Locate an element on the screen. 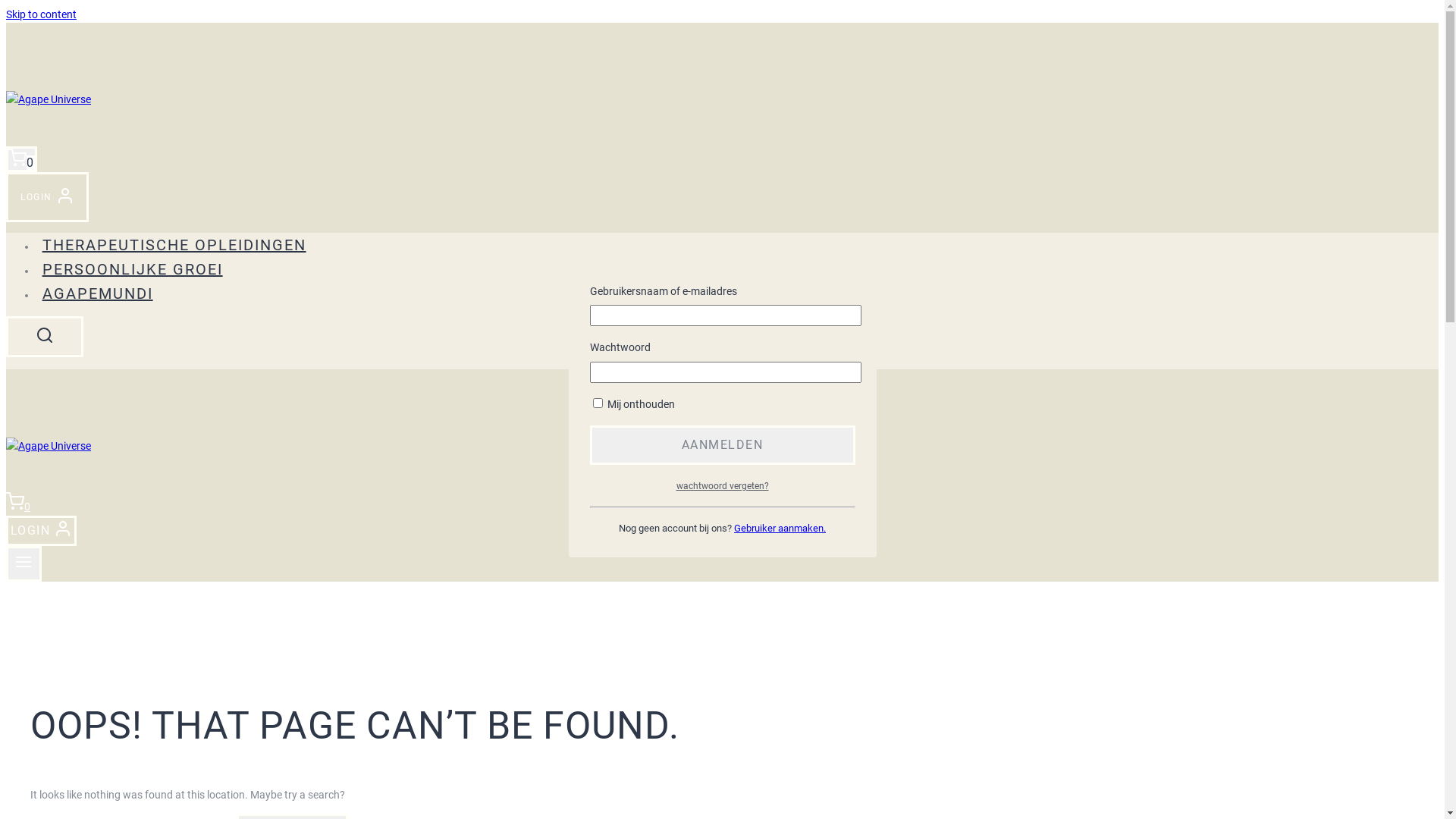 This screenshot has width=1456, height=819. 'LOGIN is located at coordinates (47, 196).